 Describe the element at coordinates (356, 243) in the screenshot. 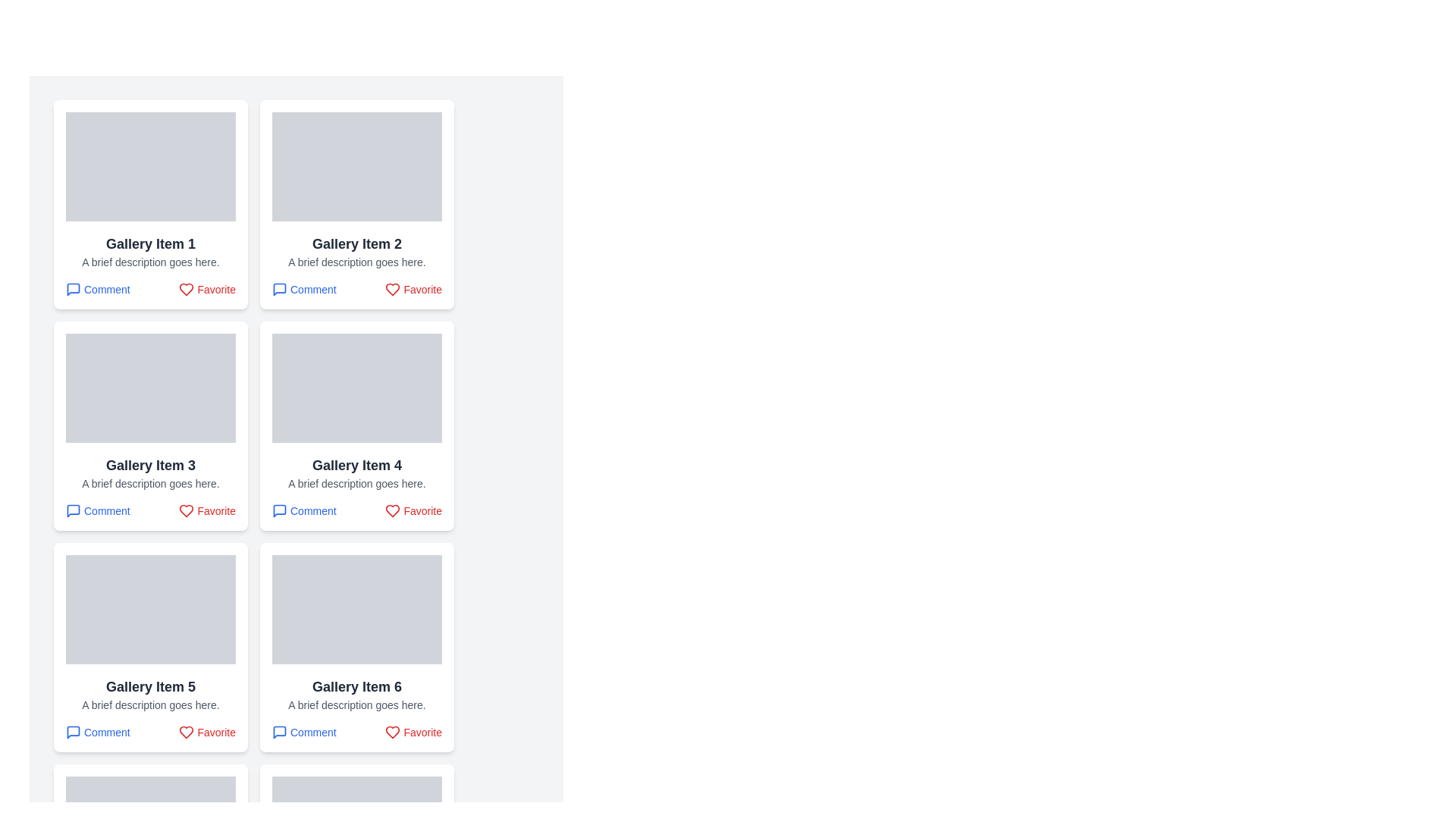

I see `the title text located in the second card of the first row in the grid layout, which is positioned below a gray rectangular placeholder image` at that location.